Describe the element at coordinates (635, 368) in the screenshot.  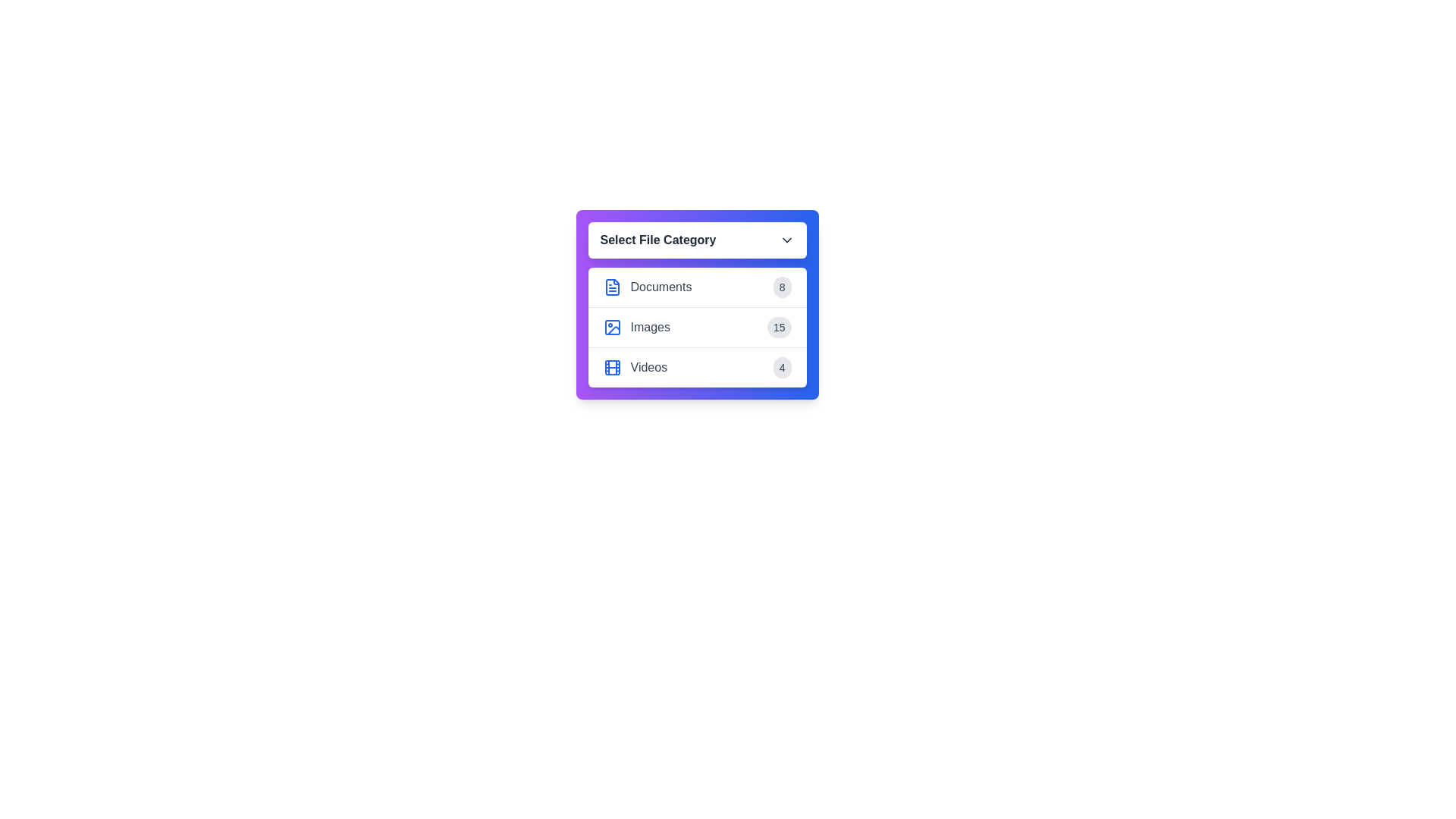
I see `the 'Videos' label with the accompanying grid icon` at that location.